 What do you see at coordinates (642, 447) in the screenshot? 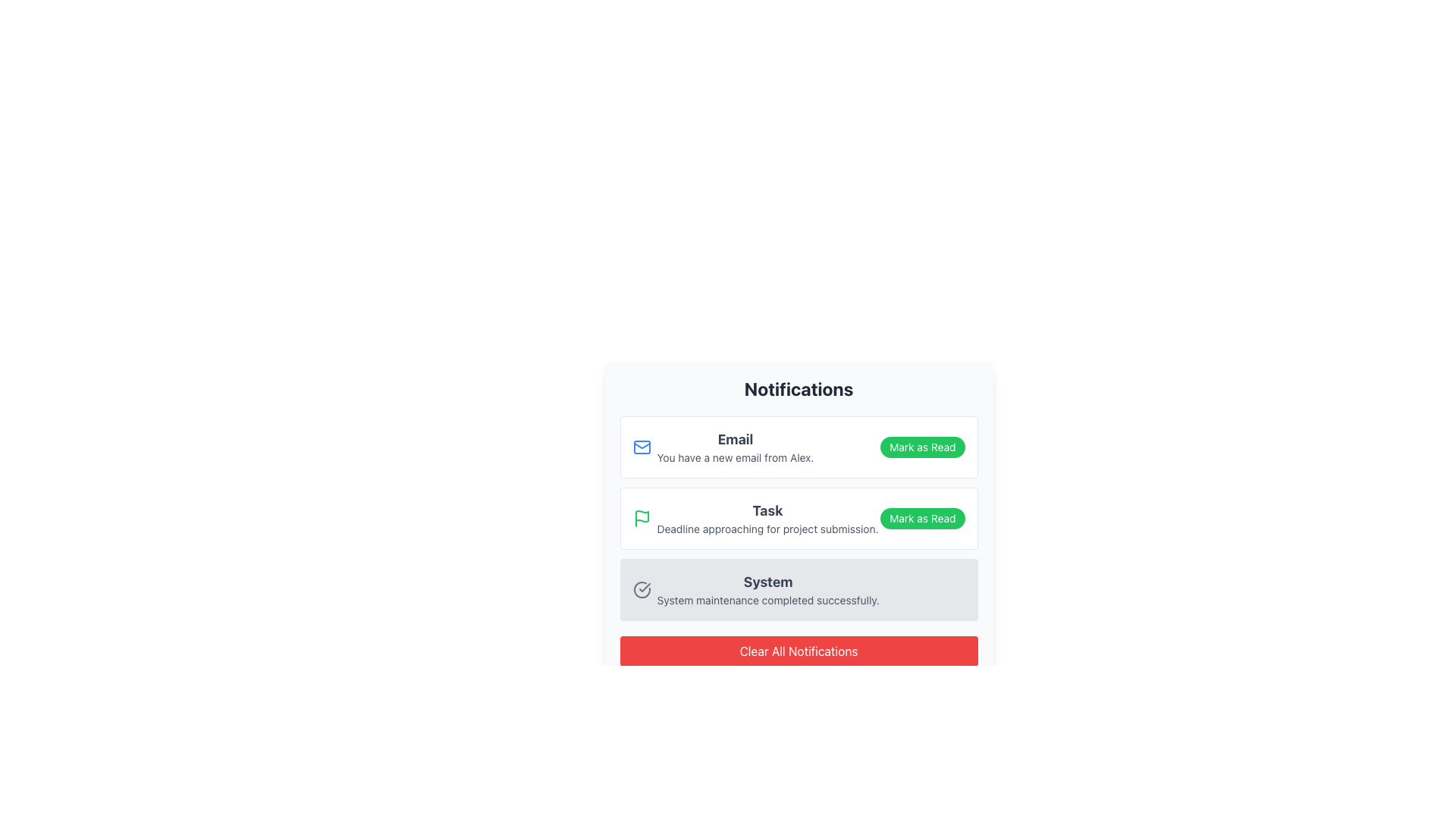
I see `the blue-colored mail icon located to the far left within the 'Email' notification card, adjacent to the bolded 'Email' text` at bounding box center [642, 447].